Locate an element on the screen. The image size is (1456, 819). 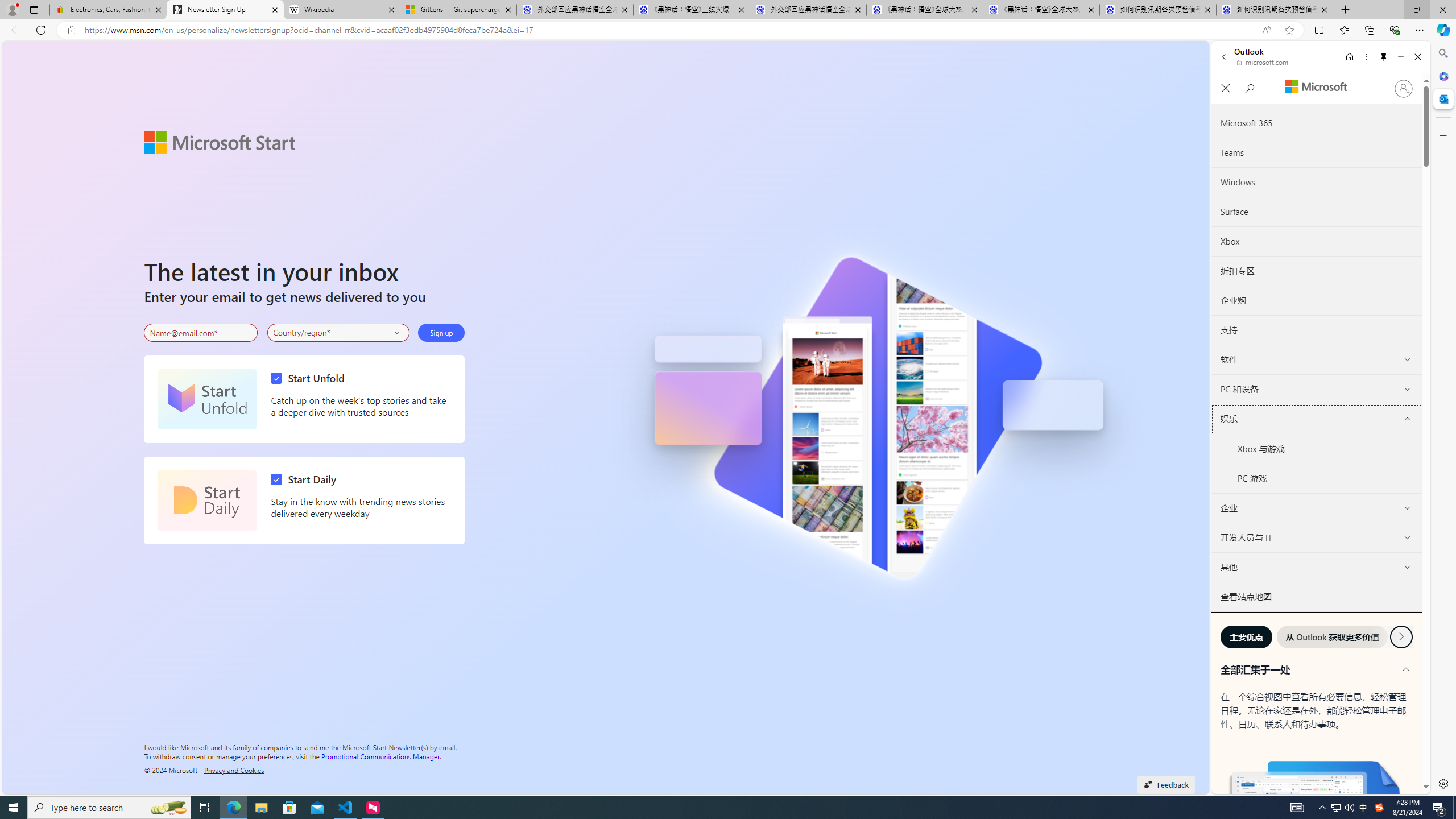
'Microsoft' is located at coordinates (1316, 87).